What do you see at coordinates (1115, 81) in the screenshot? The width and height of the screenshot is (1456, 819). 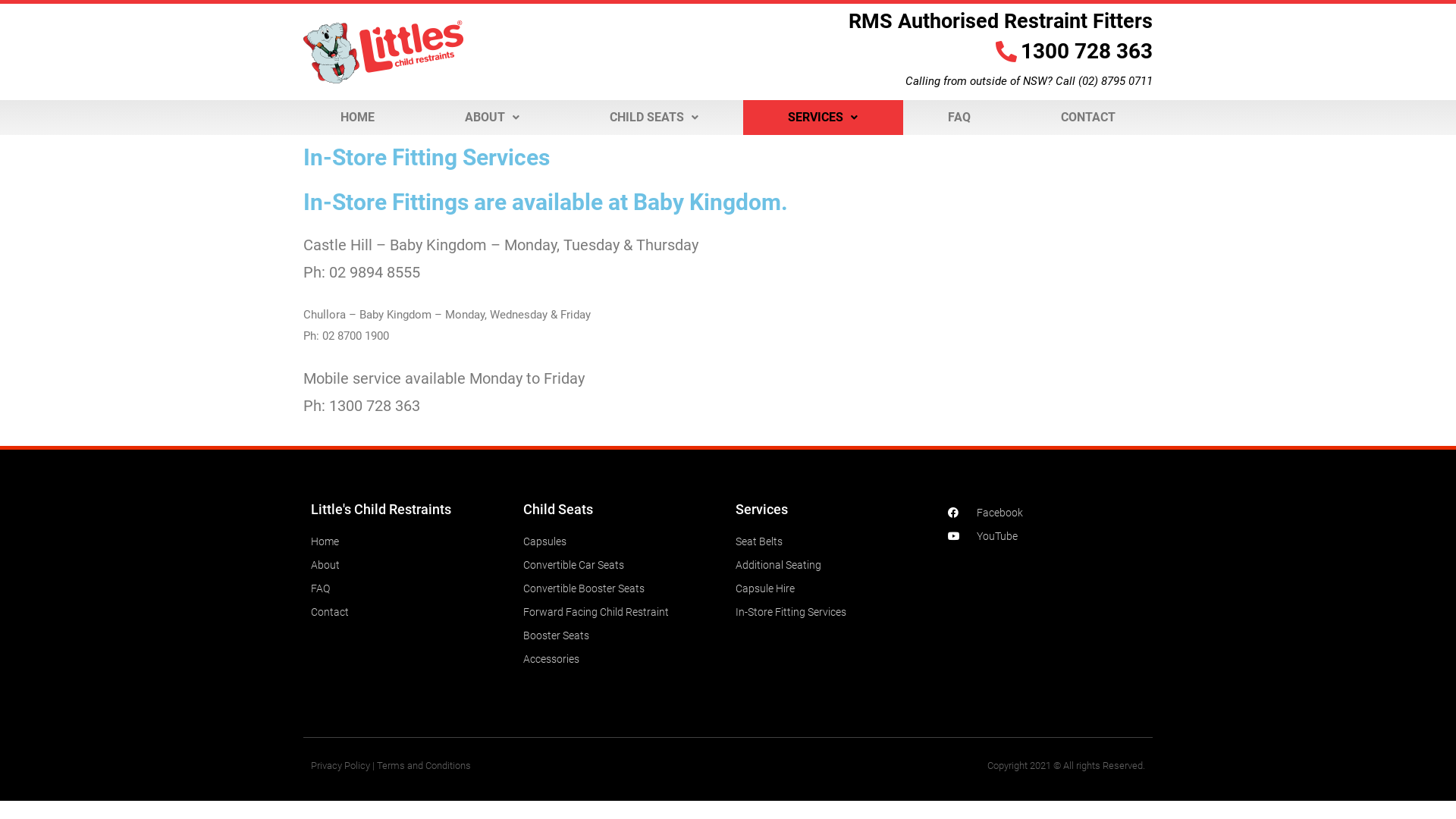 I see `'(02) 8795 0711'` at bounding box center [1115, 81].